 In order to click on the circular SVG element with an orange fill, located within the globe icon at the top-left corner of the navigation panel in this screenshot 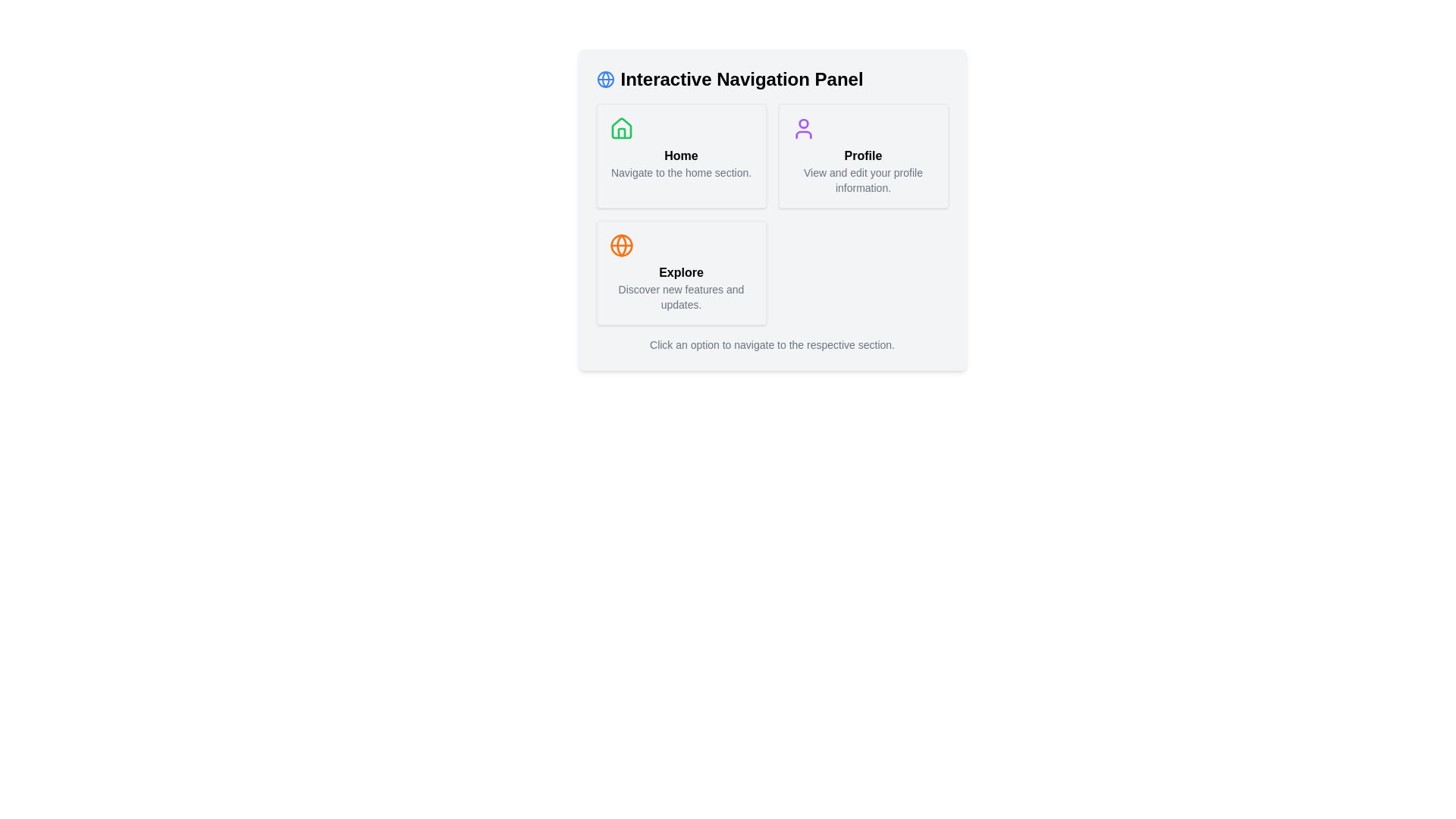, I will do `click(621, 245)`.